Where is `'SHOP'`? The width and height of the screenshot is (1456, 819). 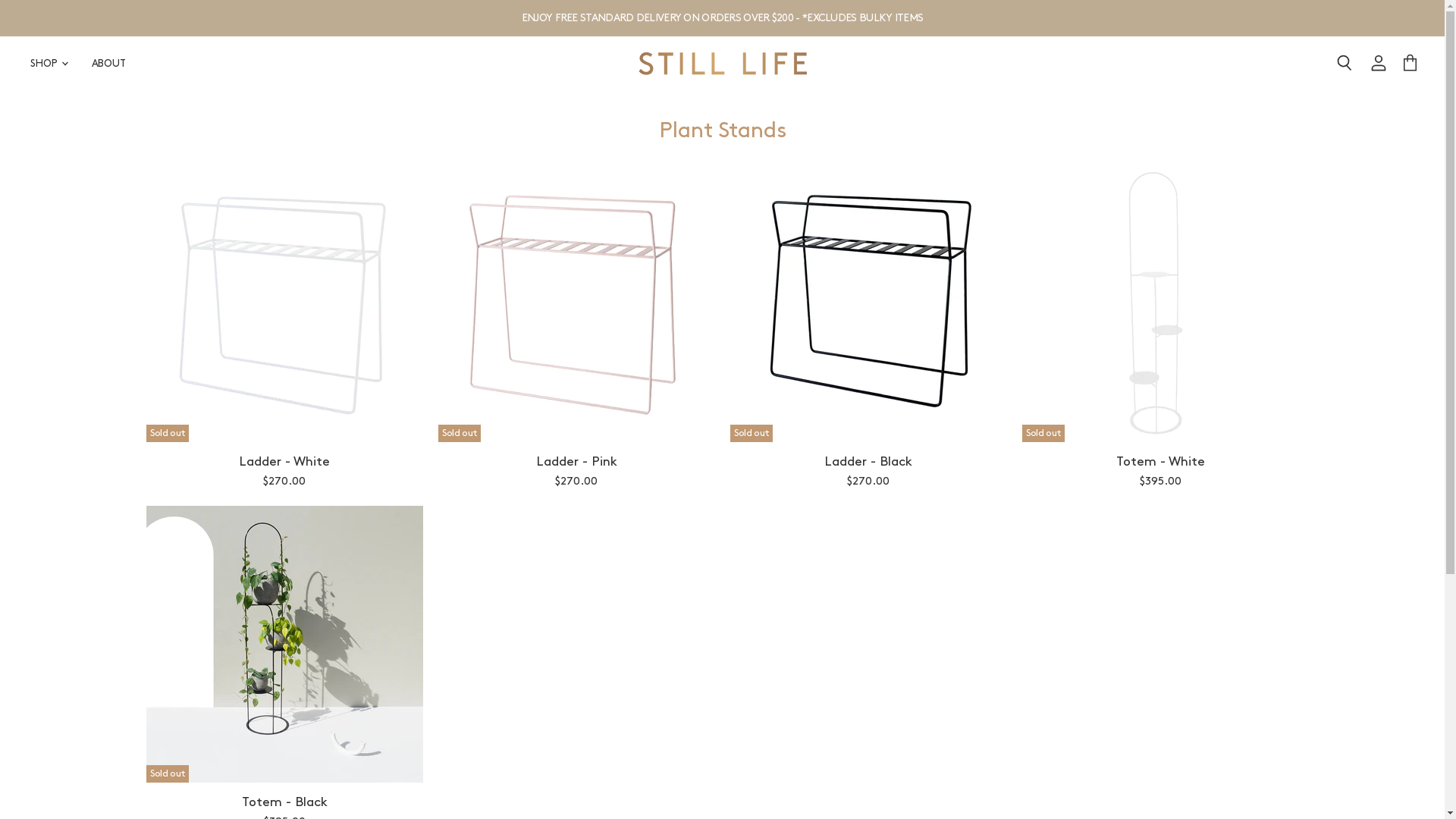
'SHOP' is located at coordinates (48, 63).